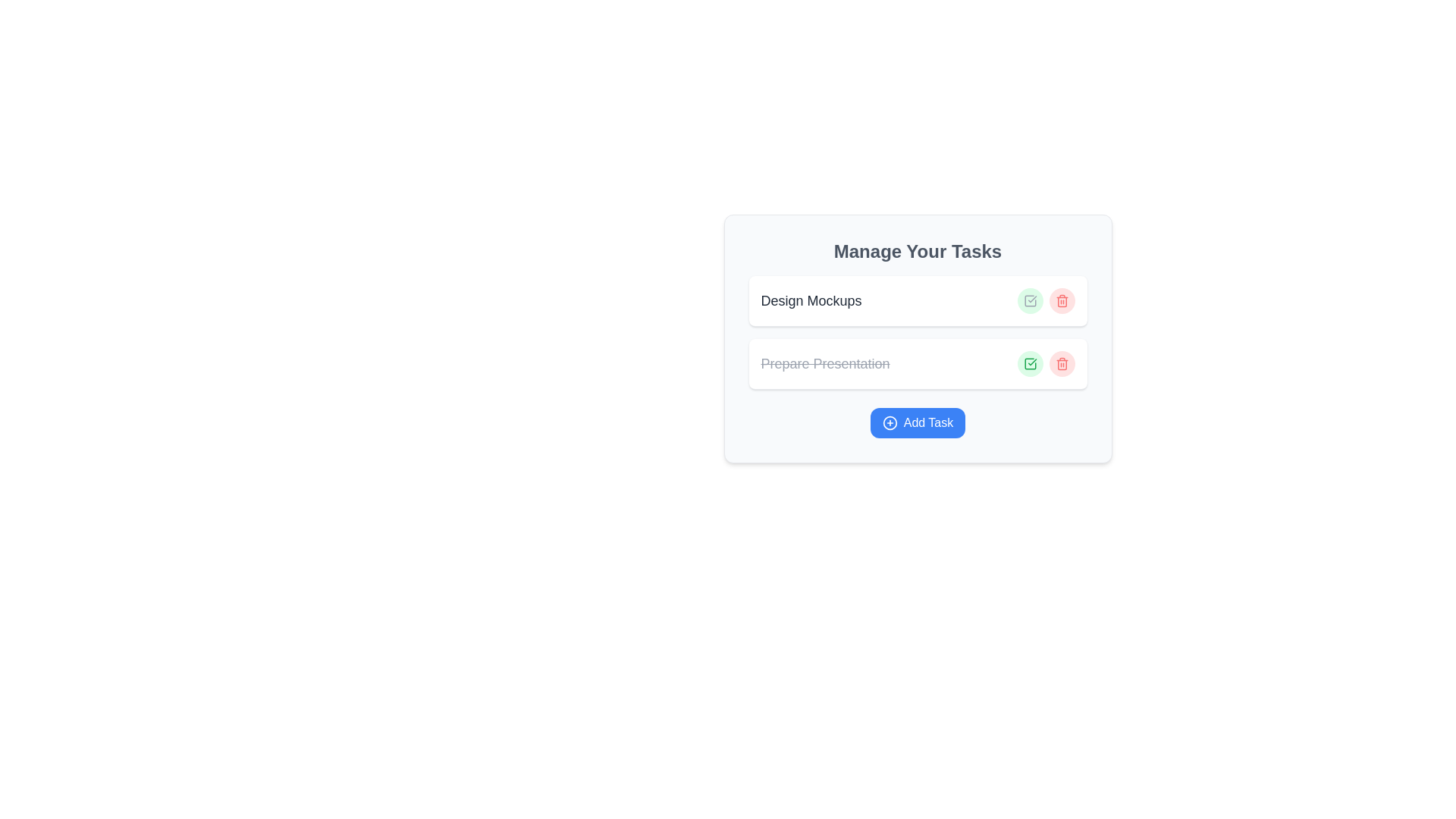 The width and height of the screenshot is (1456, 819). I want to click on the trash icon located on the right-hand side of the second task row labeled 'Prepare Presentation', which visually represents the delete task action, so click(1061, 302).